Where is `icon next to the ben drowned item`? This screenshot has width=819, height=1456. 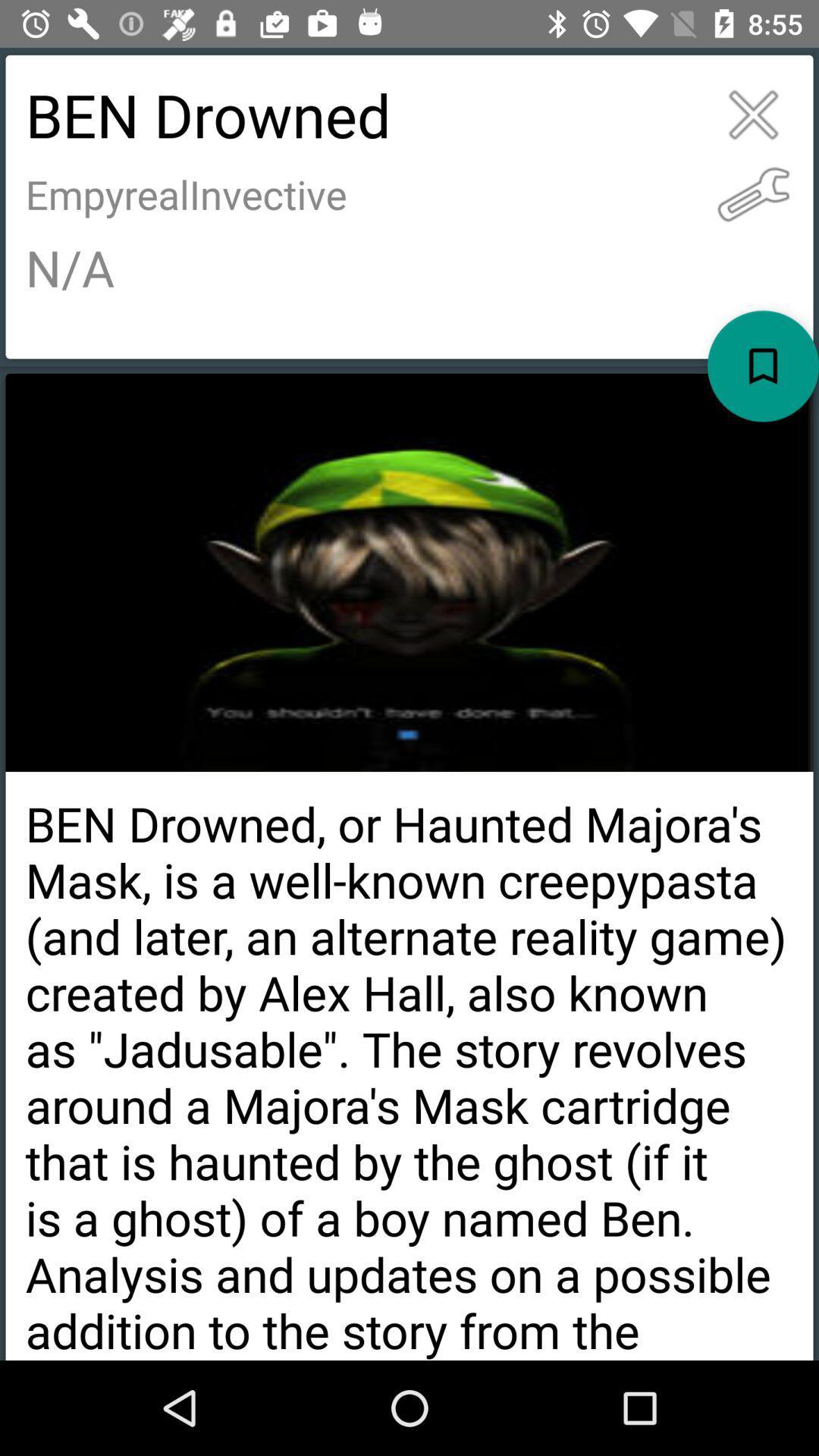
icon next to the ben drowned item is located at coordinates (753, 114).